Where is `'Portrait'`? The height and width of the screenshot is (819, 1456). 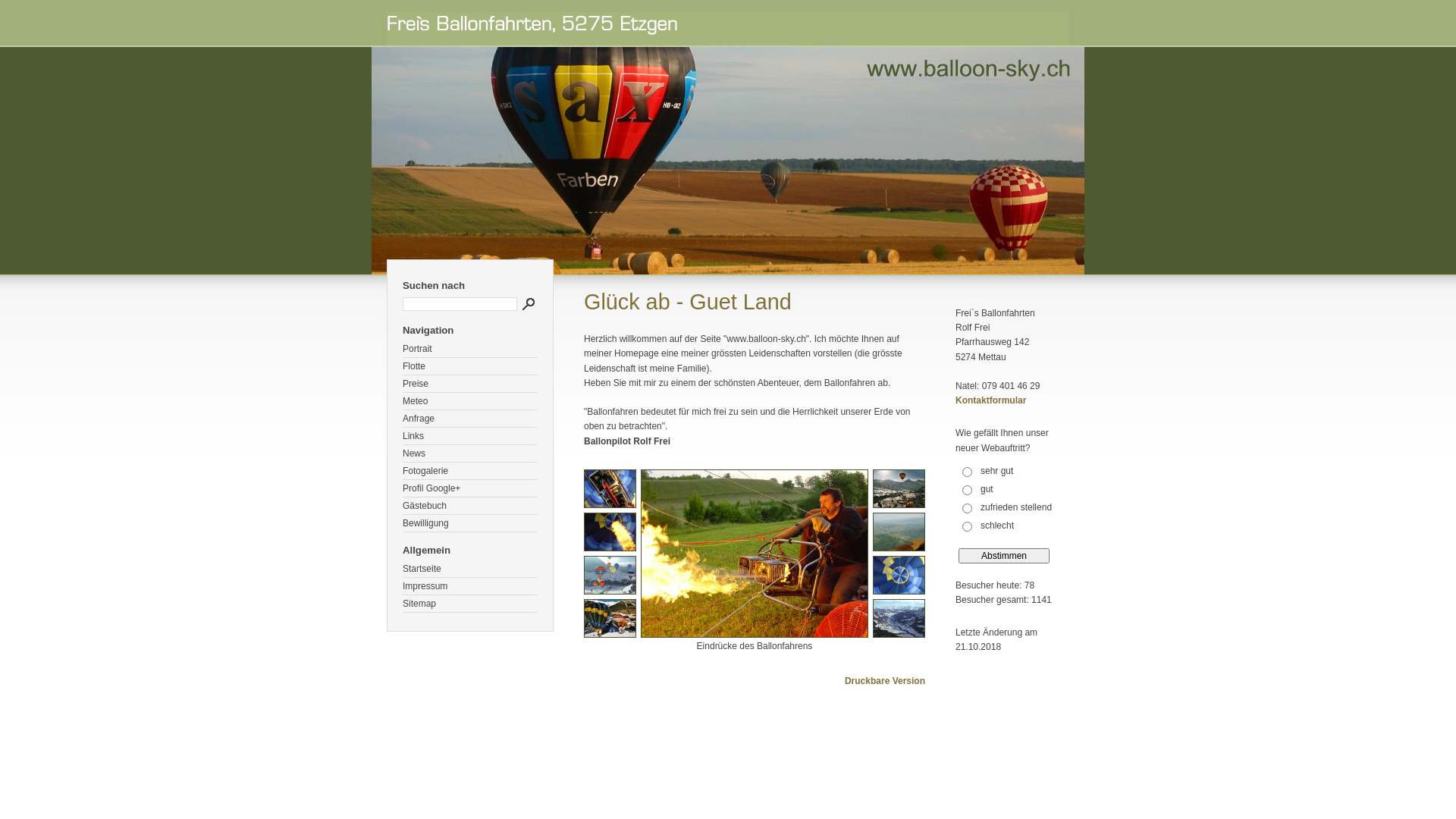
'Portrait' is located at coordinates (469, 349).